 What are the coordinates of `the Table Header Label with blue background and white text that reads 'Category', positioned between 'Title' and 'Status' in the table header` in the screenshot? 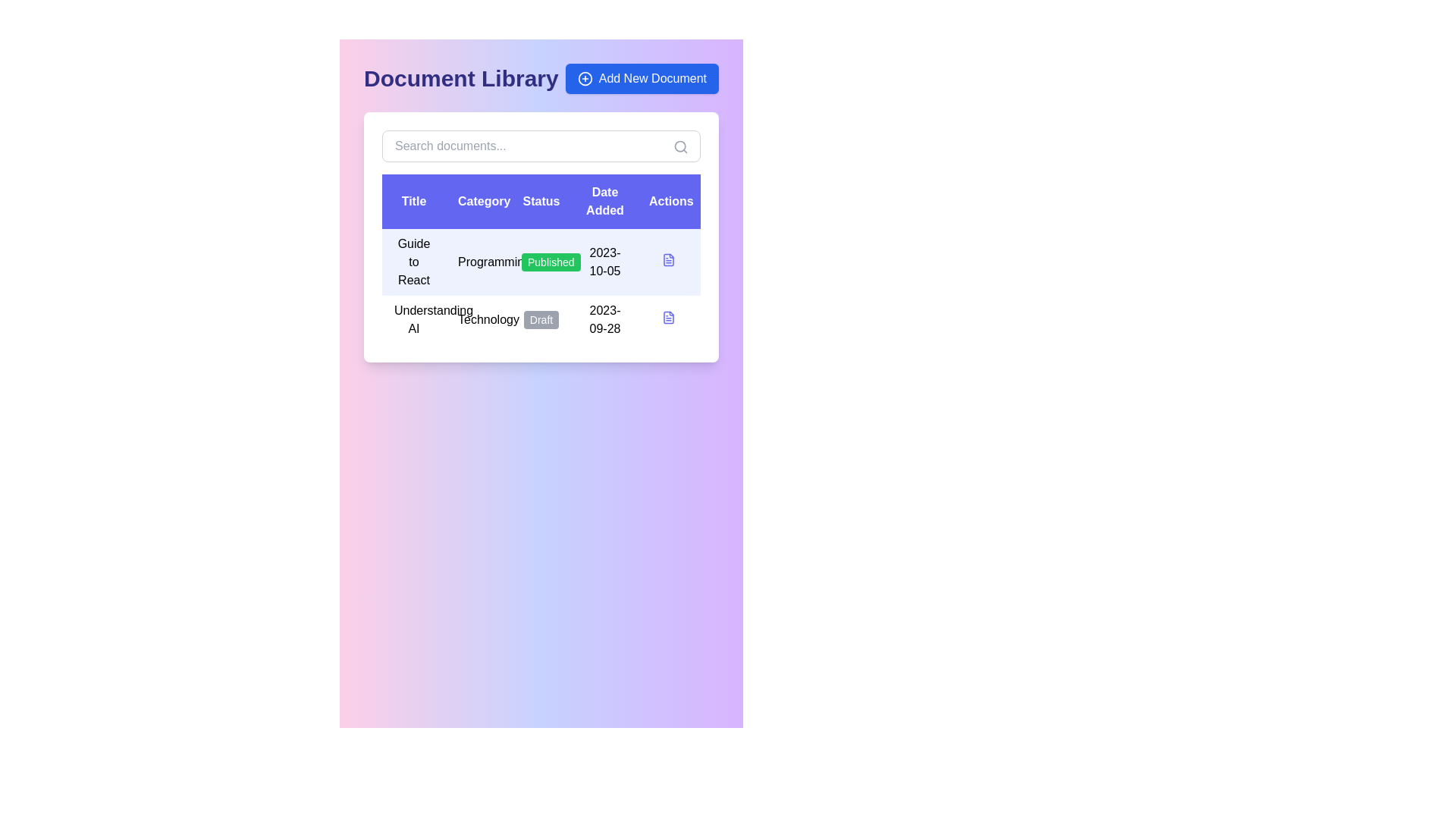 It's located at (476, 201).